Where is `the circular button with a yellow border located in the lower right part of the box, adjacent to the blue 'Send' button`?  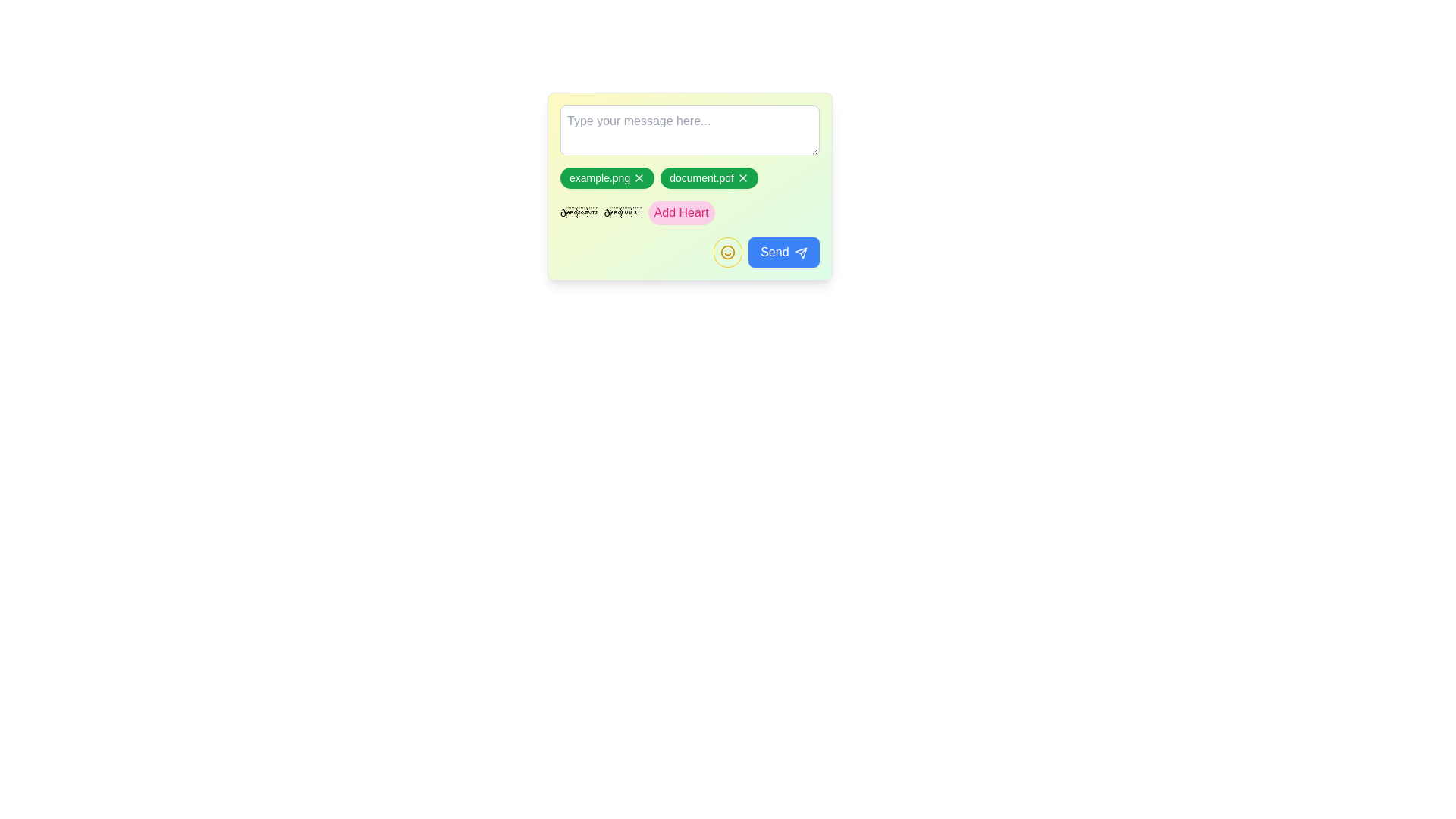 the circular button with a yellow border located in the lower right part of the box, adjacent to the blue 'Send' button is located at coordinates (689, 239).